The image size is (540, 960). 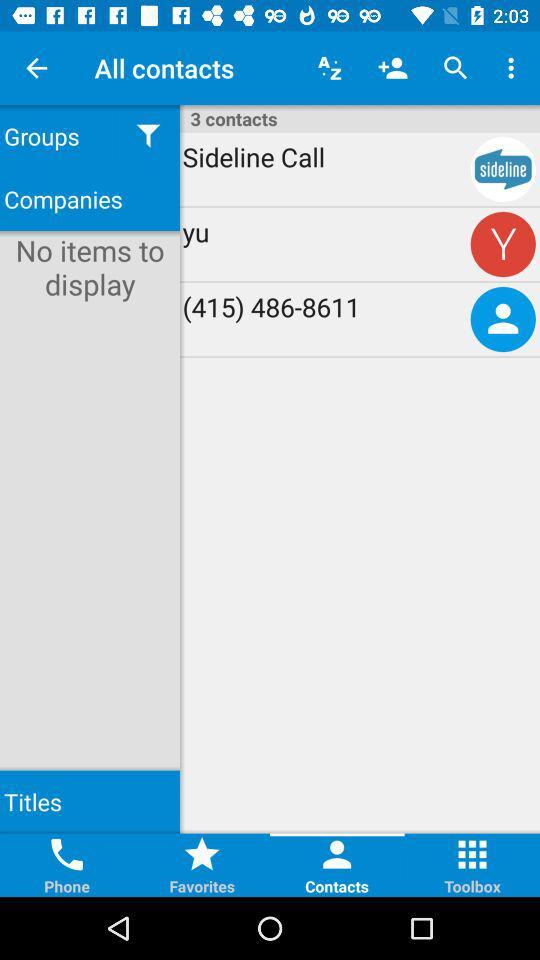 What do you see at coordinates (89, 802) in the screenshot?
I see `titles item` at bounding box center [89, 802].